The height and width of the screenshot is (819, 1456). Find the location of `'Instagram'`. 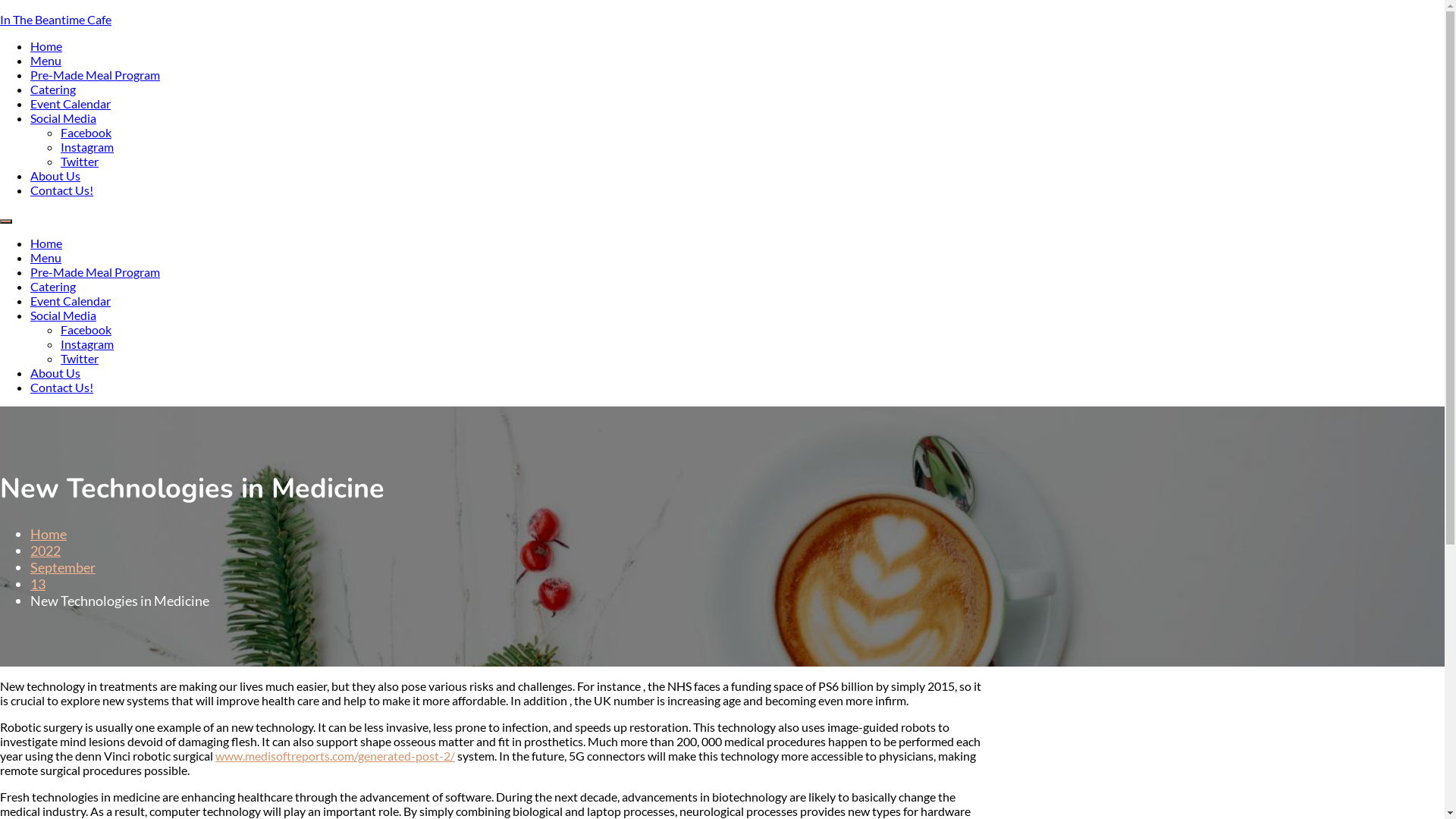

'Instagram' is located at coordinates (86, 146).